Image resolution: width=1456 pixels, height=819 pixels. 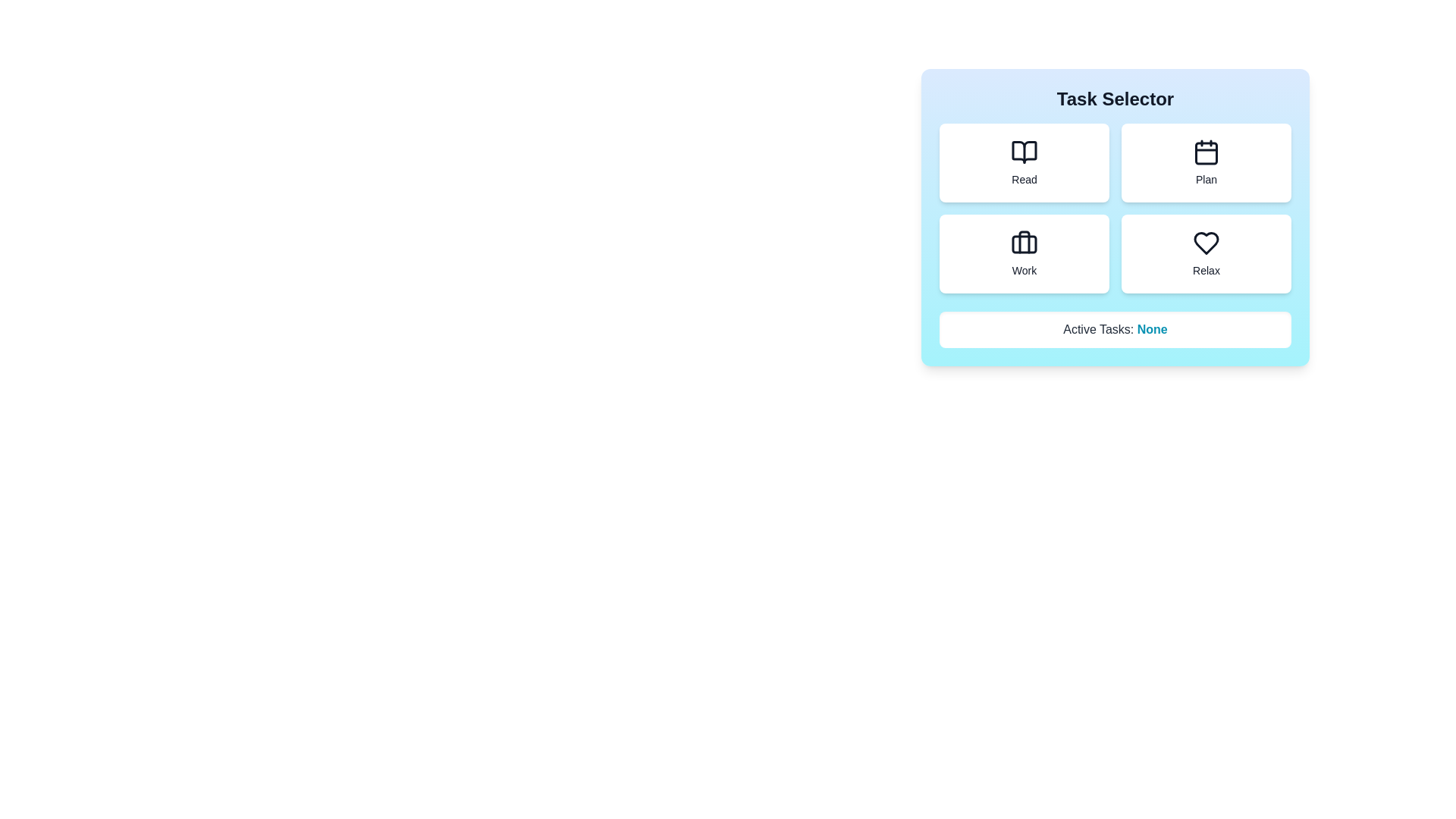 I want to click on the task button labeled Relax to activate it, so click(x=1205, y=253).